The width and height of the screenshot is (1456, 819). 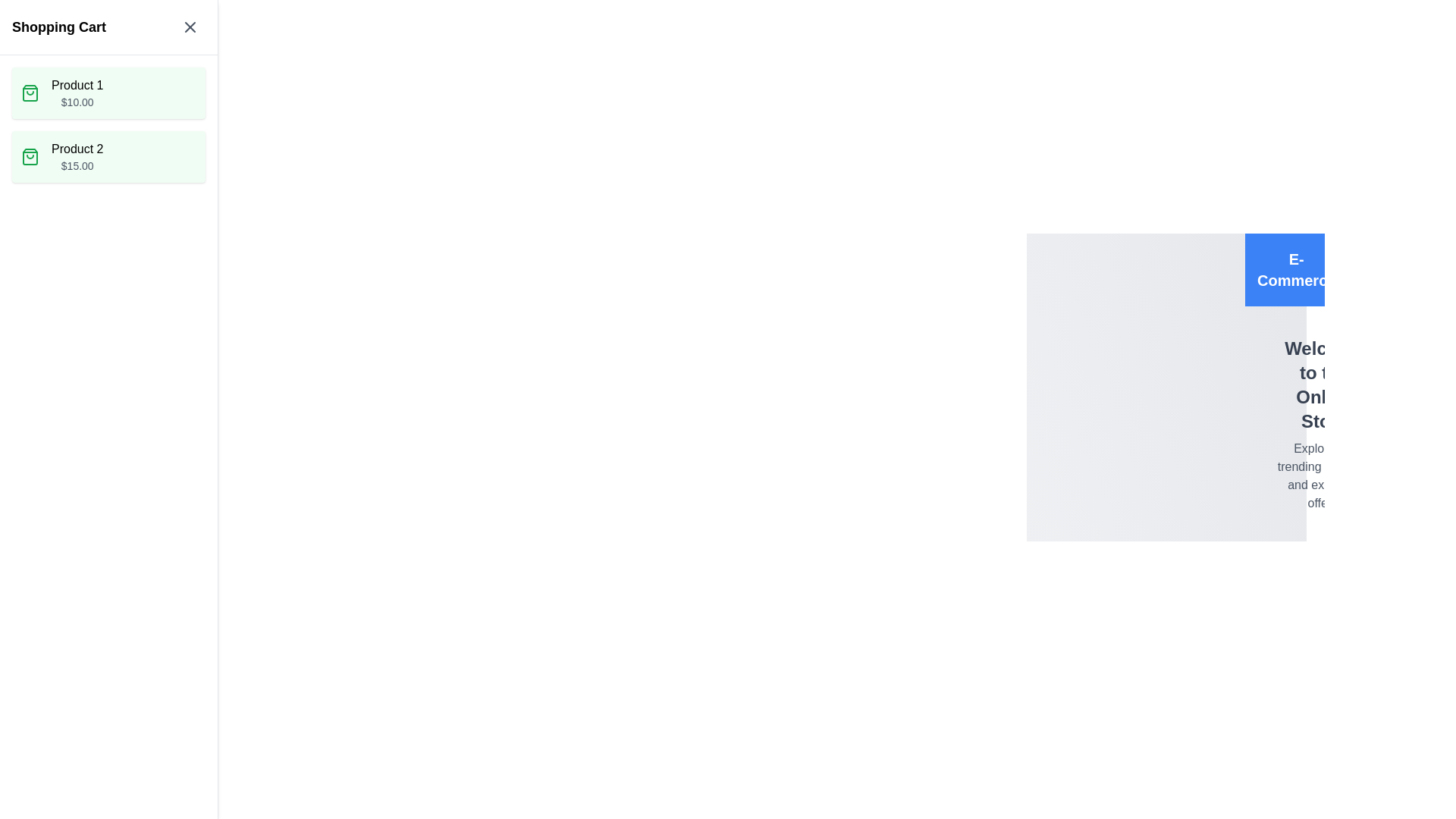 What do you see at coordinates (77, 166) in the screenshot?
I see `the price indicator text label located under the 'Product 2' section in the shopping cart interface` at bounding box center [77, 166].